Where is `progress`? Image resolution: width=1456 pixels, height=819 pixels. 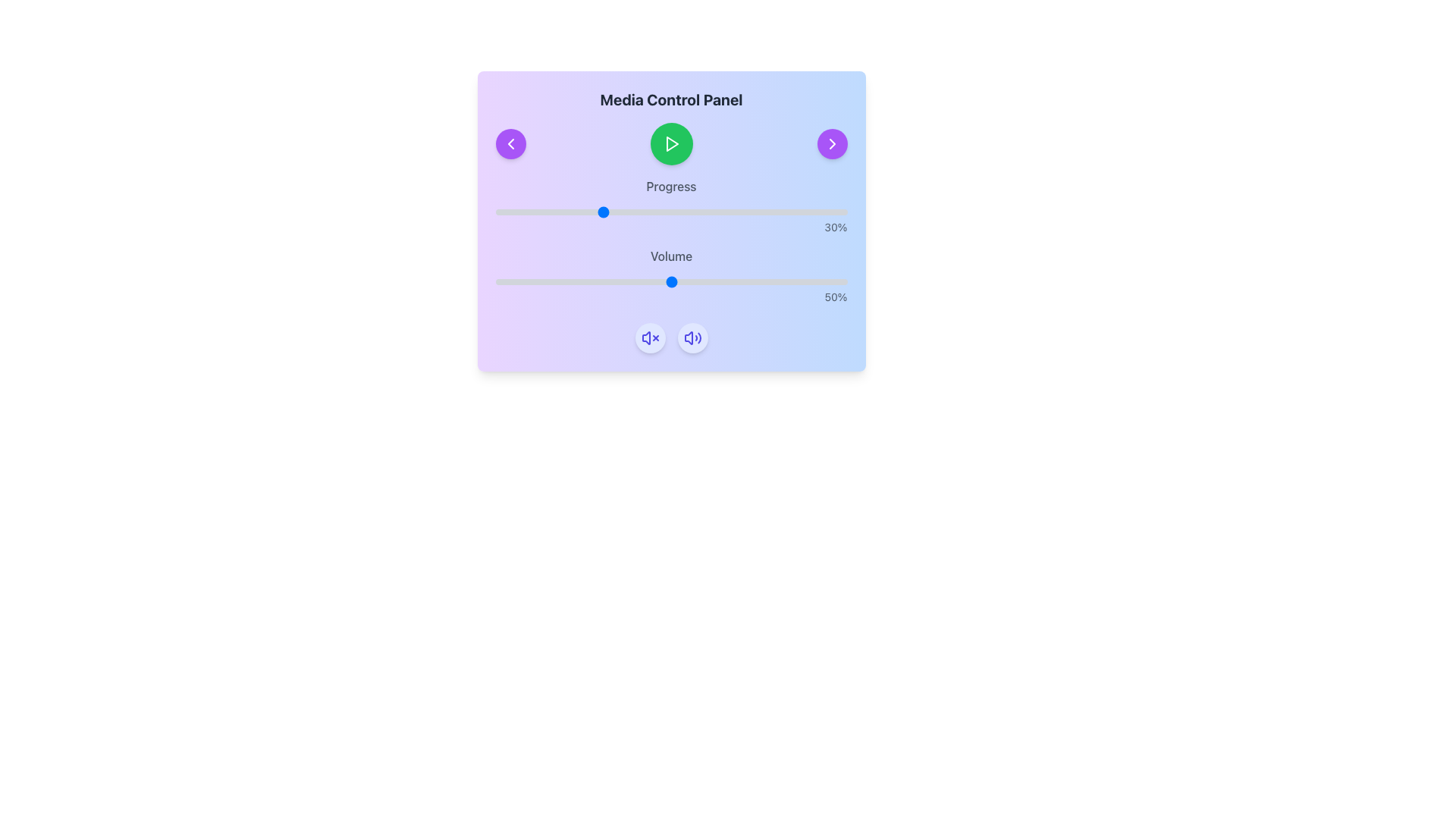
progress is located at coordinates (615, 212).